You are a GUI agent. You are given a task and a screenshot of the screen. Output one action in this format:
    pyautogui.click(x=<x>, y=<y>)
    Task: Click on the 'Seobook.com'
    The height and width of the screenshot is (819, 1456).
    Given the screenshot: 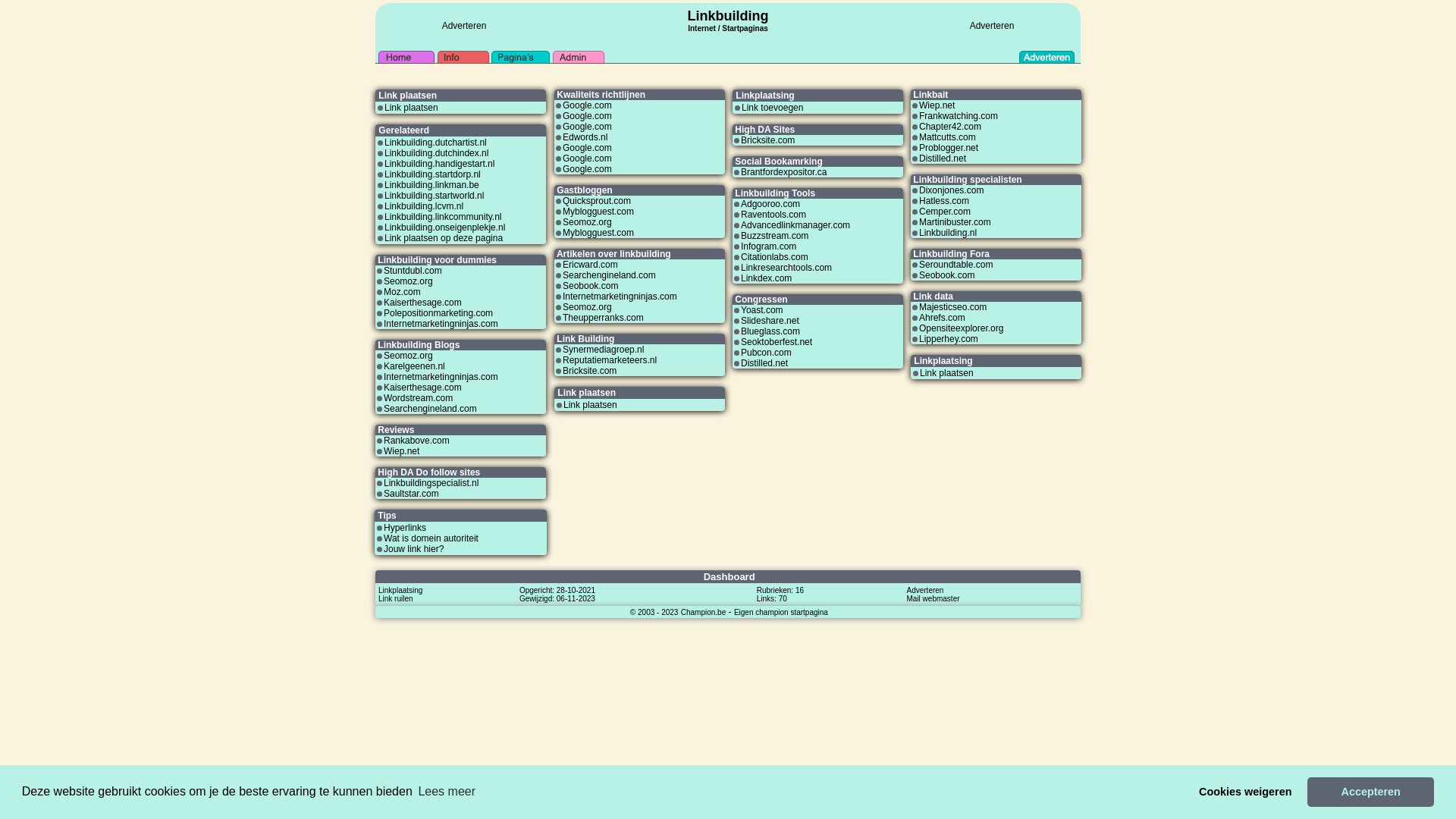 What is the action you would take?
    pyautogui.click(x=946, y=275)
    